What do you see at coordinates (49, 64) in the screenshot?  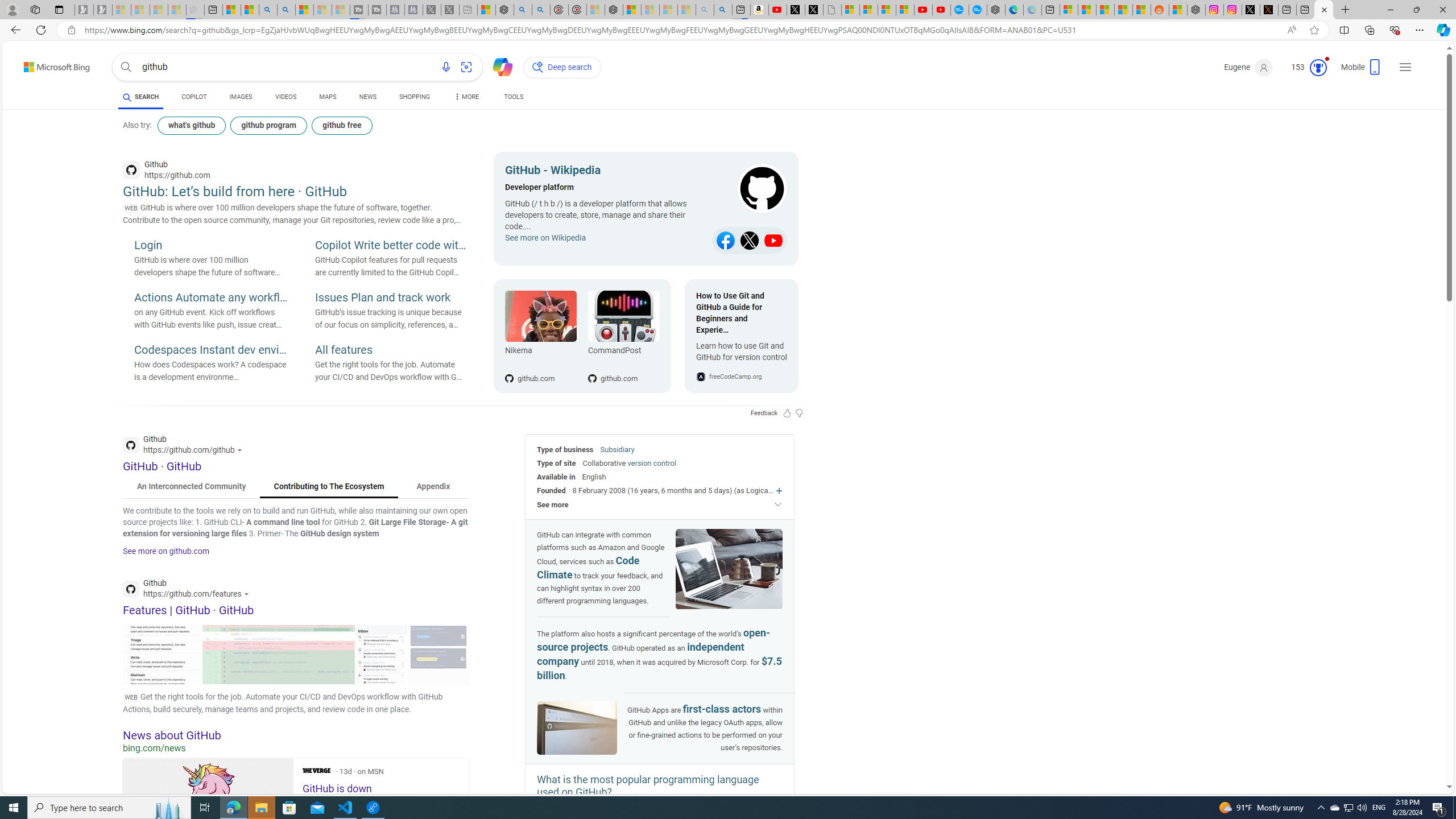 I see `'Back to Bing search'` at bounding box center [49, 64].